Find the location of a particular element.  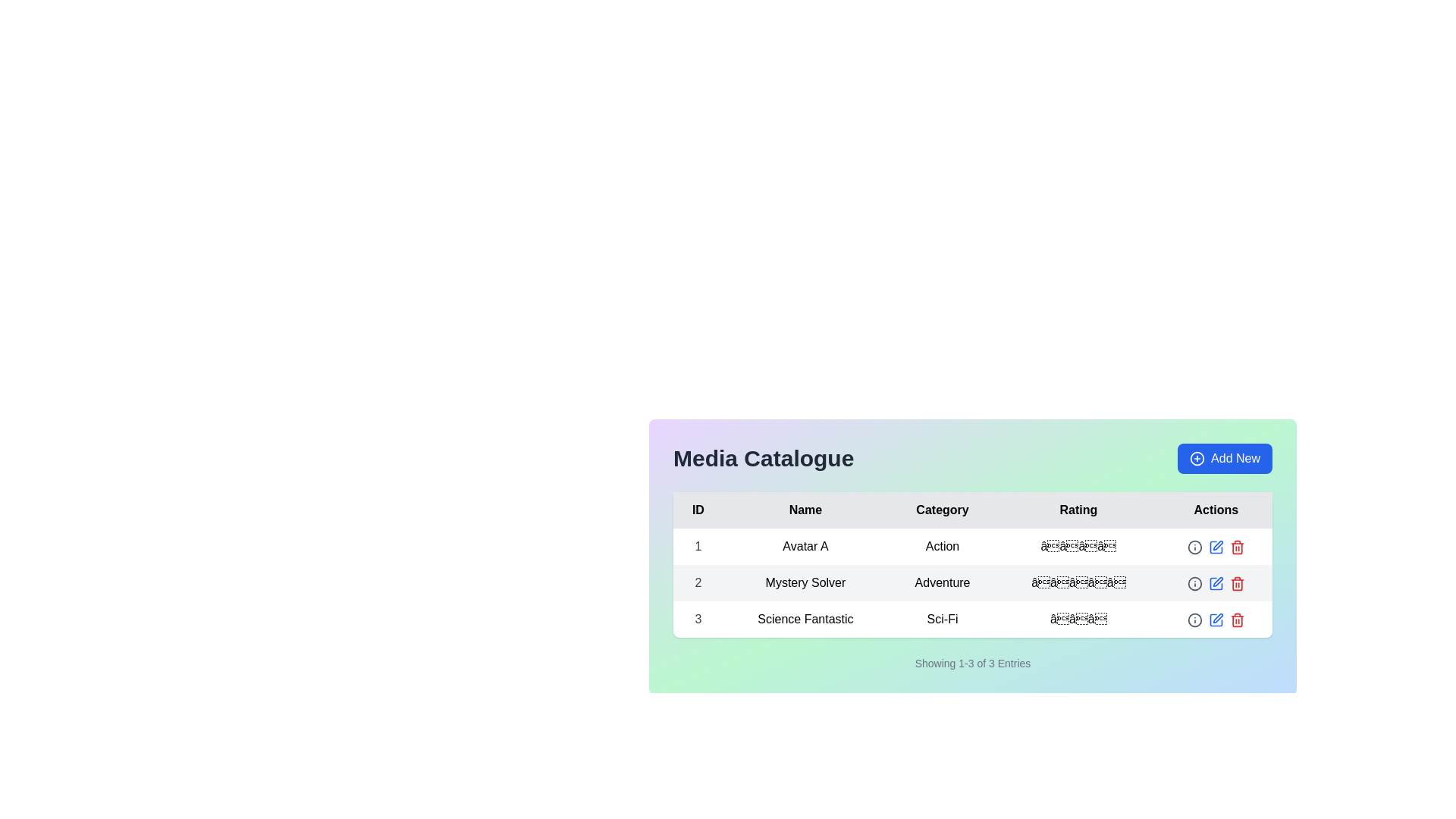

the rating display element located in the 'Rating' column of the second row, which follows the 'Adventure' text and precedes the 'Actions' section is located at coordinates (1078, 582).